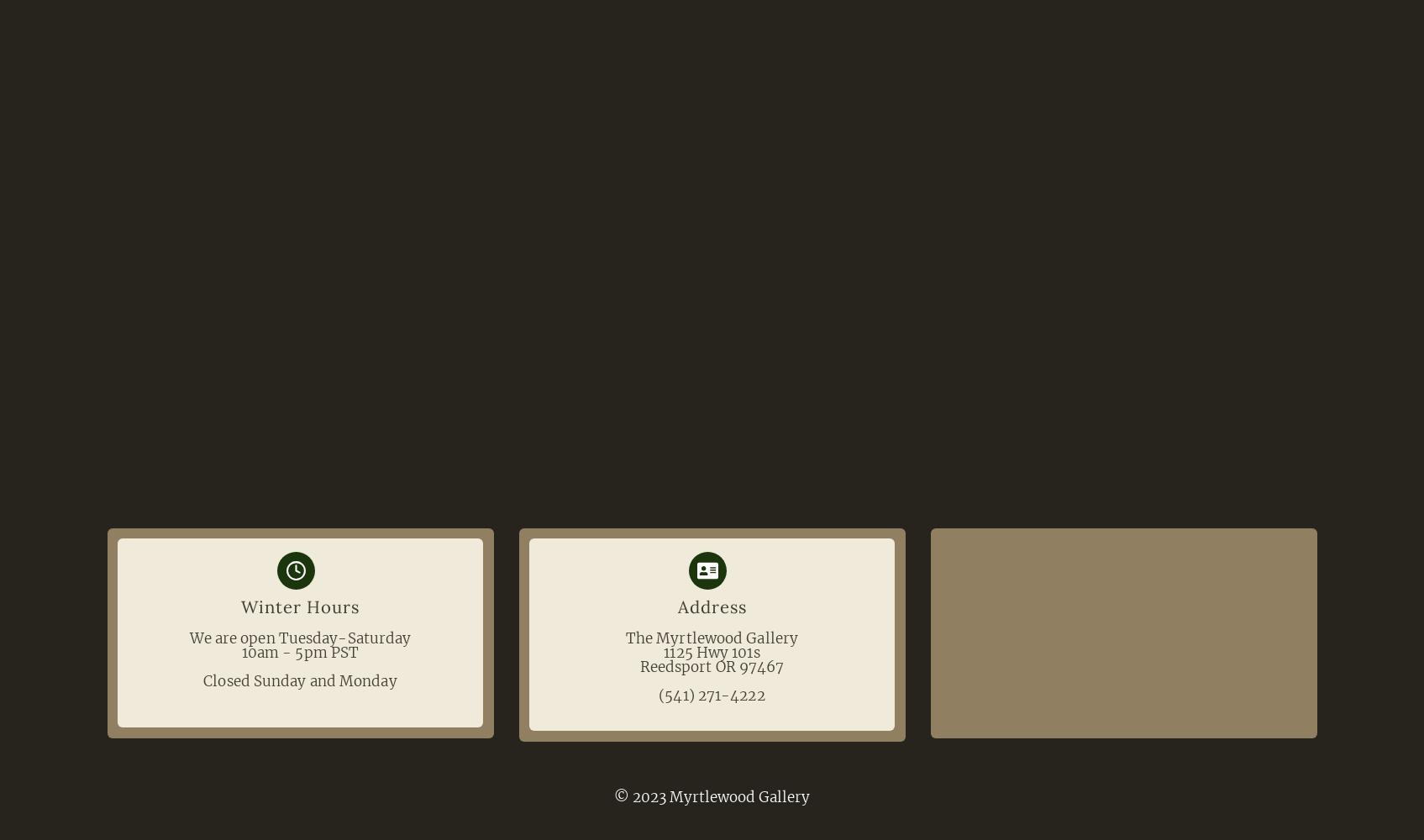 The image size is (1424, 840). Describe the element at coordinates (187, 638) in the screenshot. I see `'We are open Tuesday-Saturday'` at that location.